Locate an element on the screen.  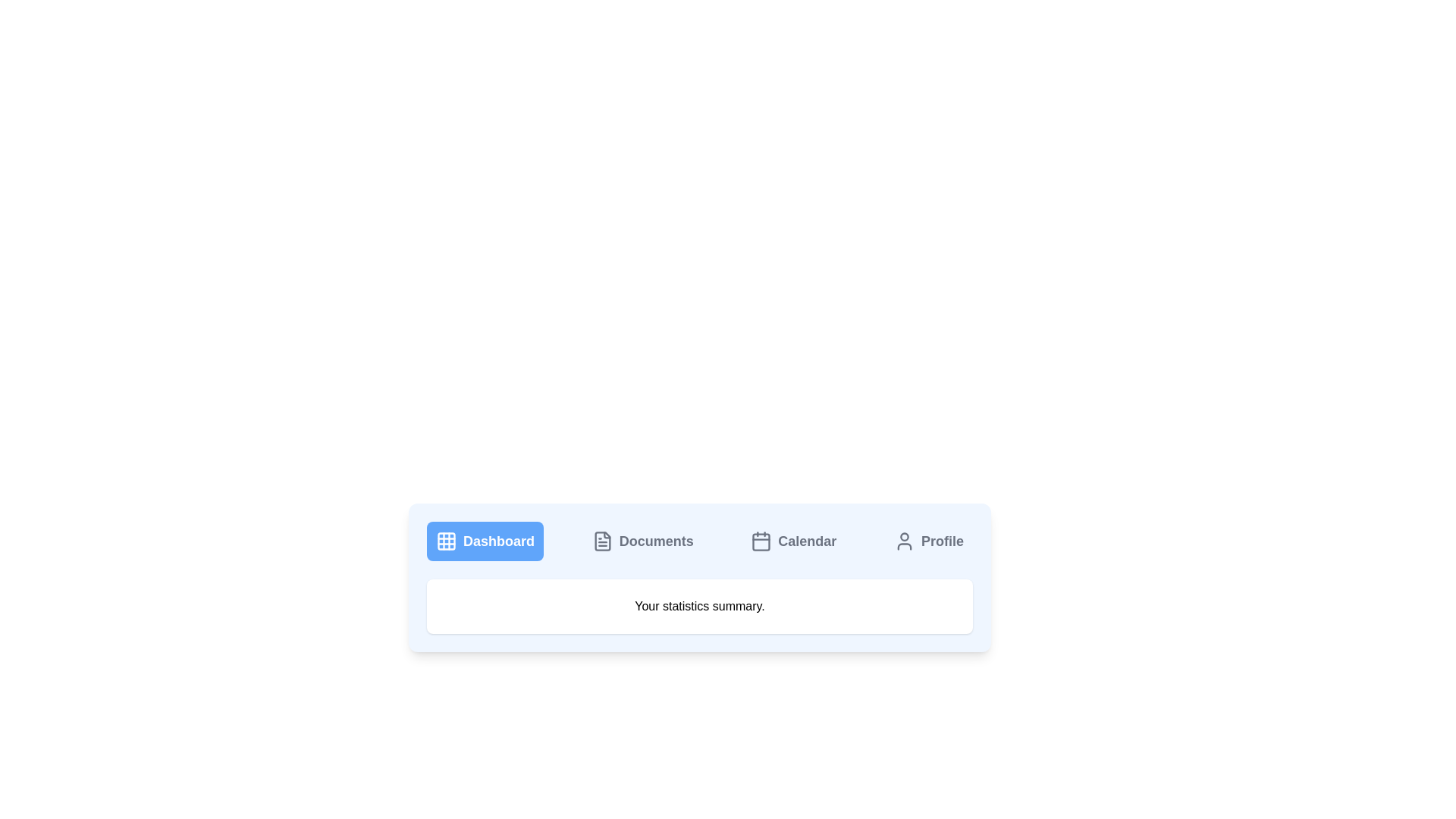
the 'Calendar' text label in the navigation bar located near the bottom center of the viewport is located at coordinates (806, 540).